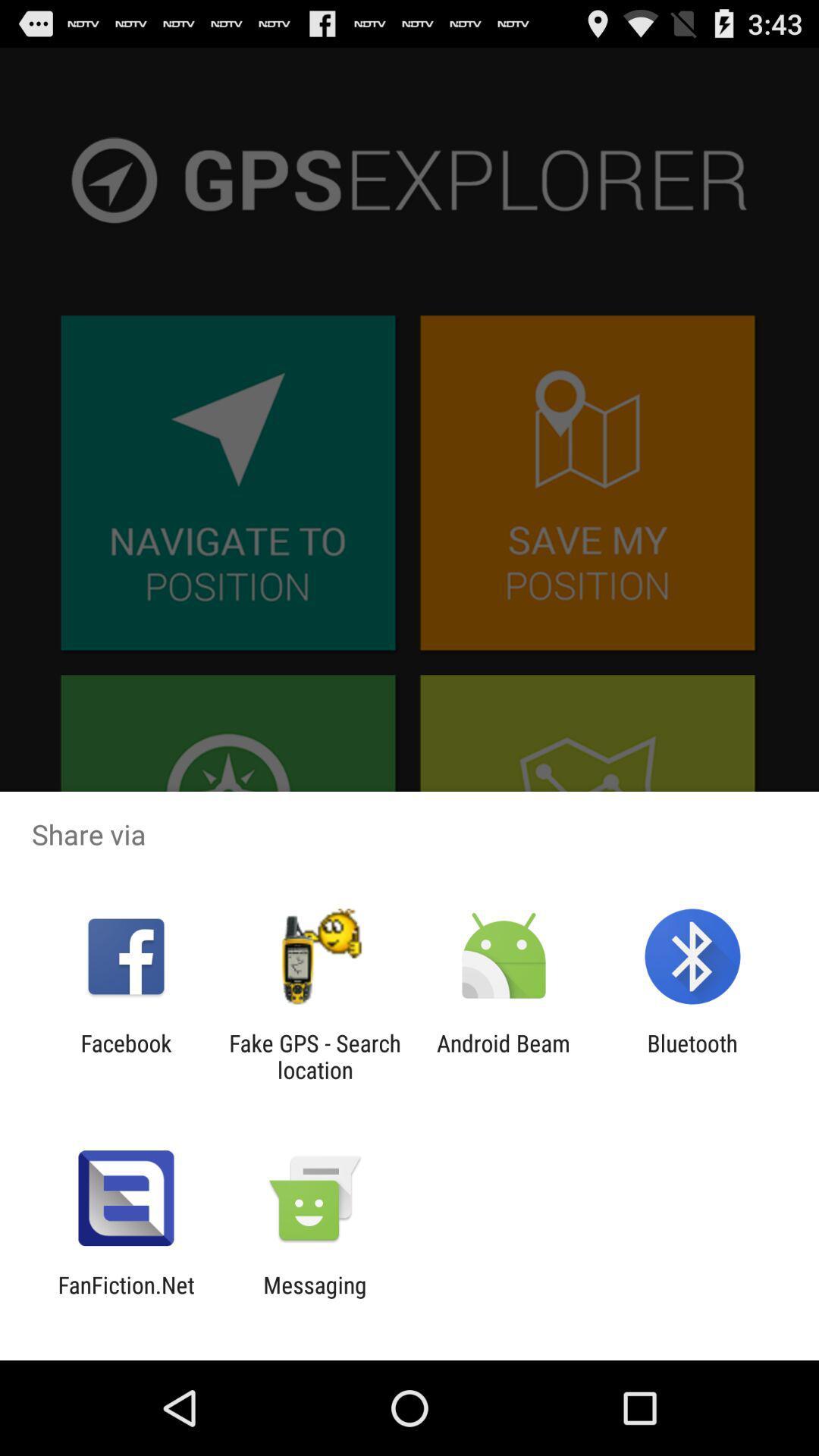  I want to click on the item next to facebook icon, so click(314, 1056).